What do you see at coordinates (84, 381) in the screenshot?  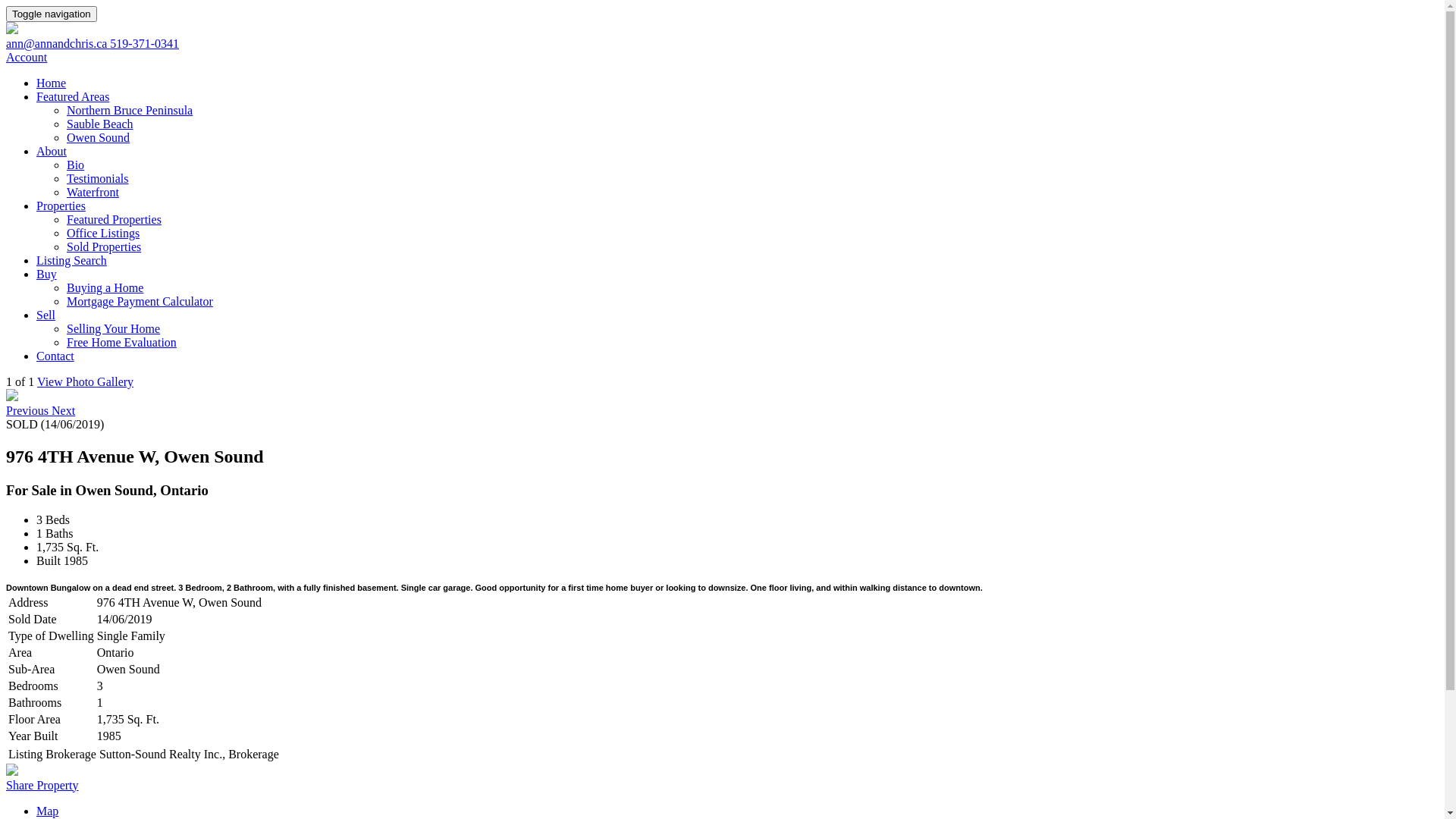 I see `'View Photo Gallery'` at bounding box center [84, 381].